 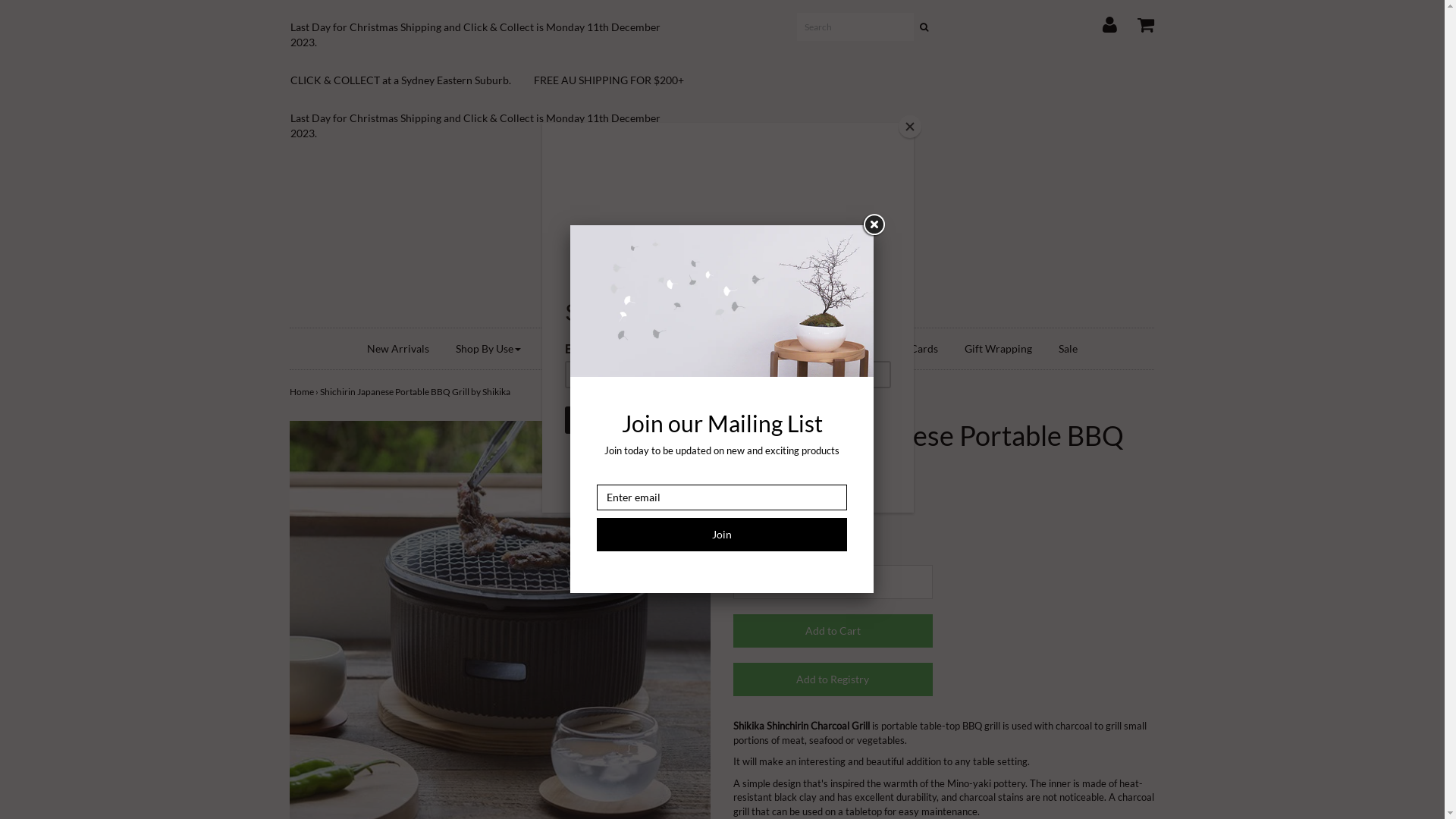 I want to click on 'Add to Registry', so click(x=733, y=678).